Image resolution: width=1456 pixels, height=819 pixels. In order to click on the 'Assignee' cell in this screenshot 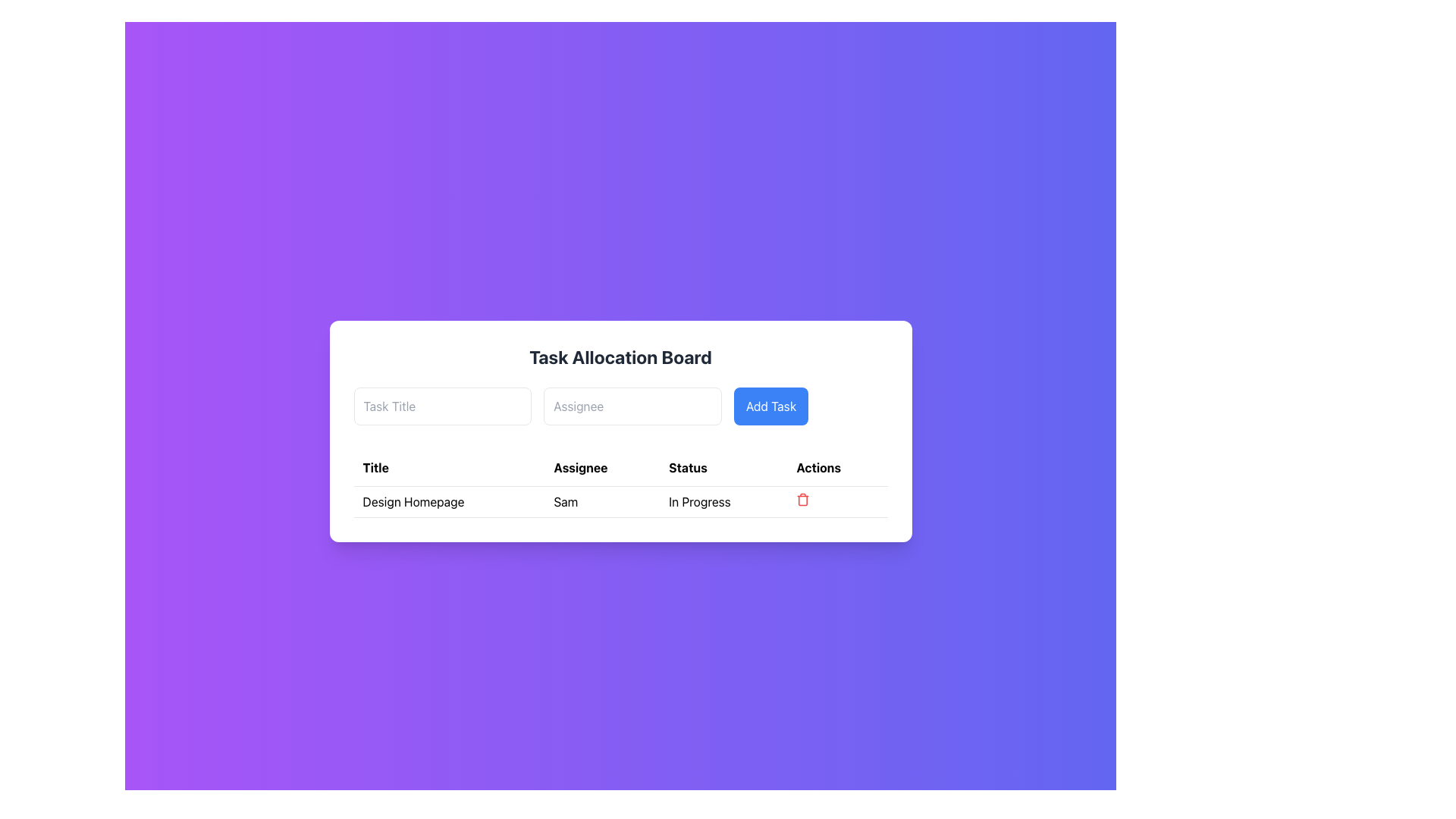, I will do `click(620, 483)`.